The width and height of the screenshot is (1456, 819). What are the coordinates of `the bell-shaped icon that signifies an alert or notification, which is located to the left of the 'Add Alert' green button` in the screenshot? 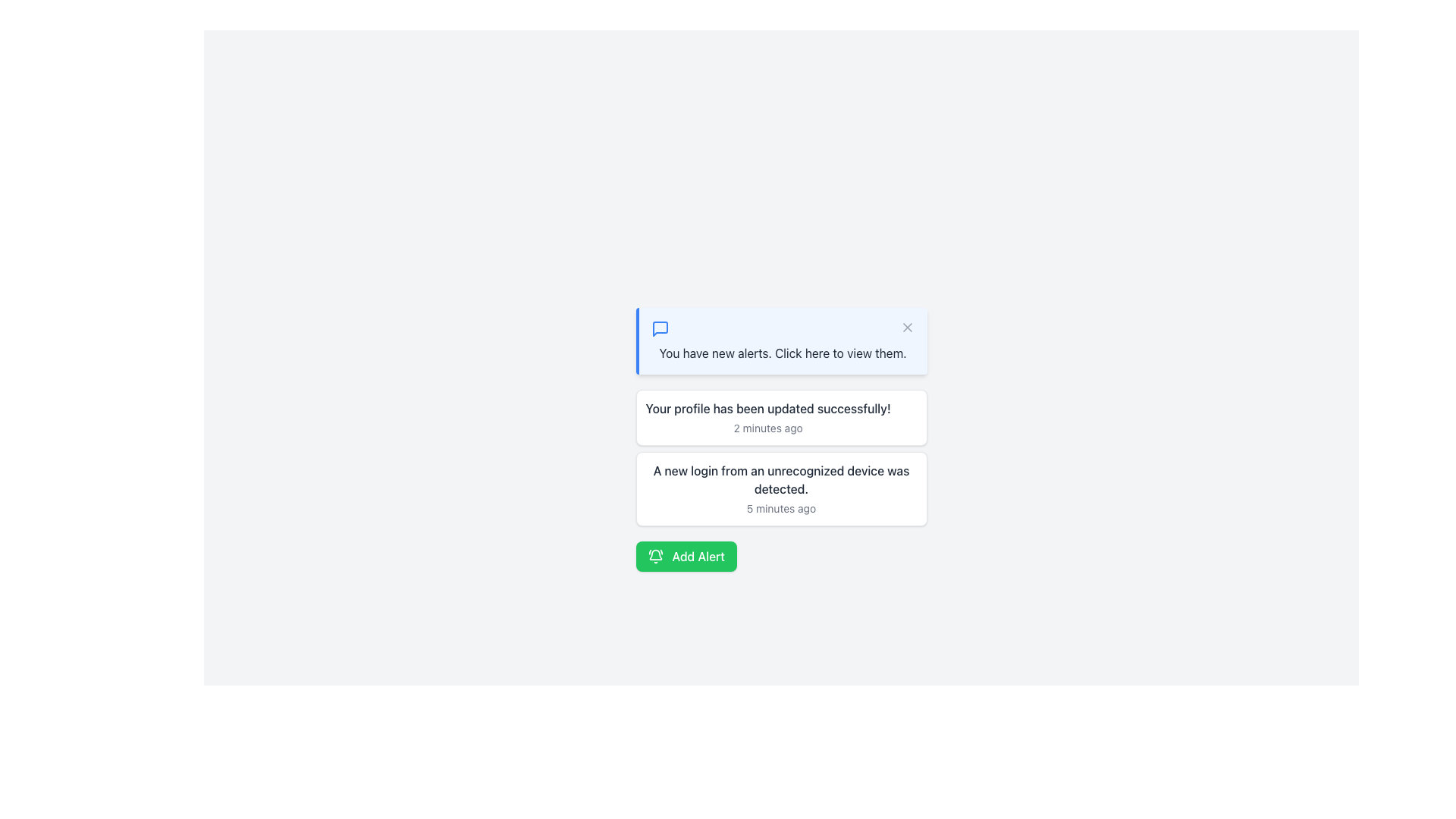 It's located at (655, 556).